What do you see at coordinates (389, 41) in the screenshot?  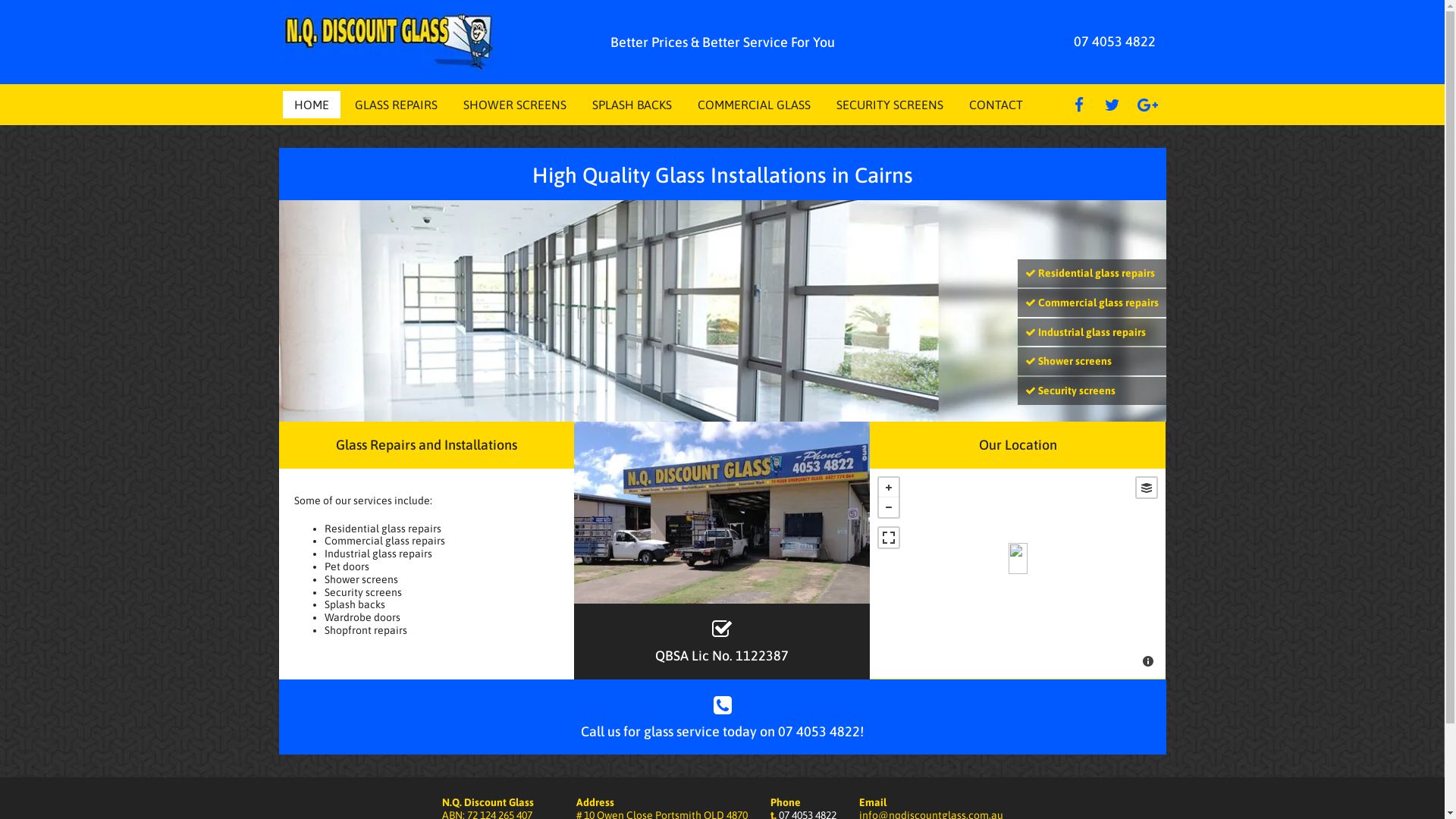 I see `'nq discount logo'` at bounding box center [389, 41].